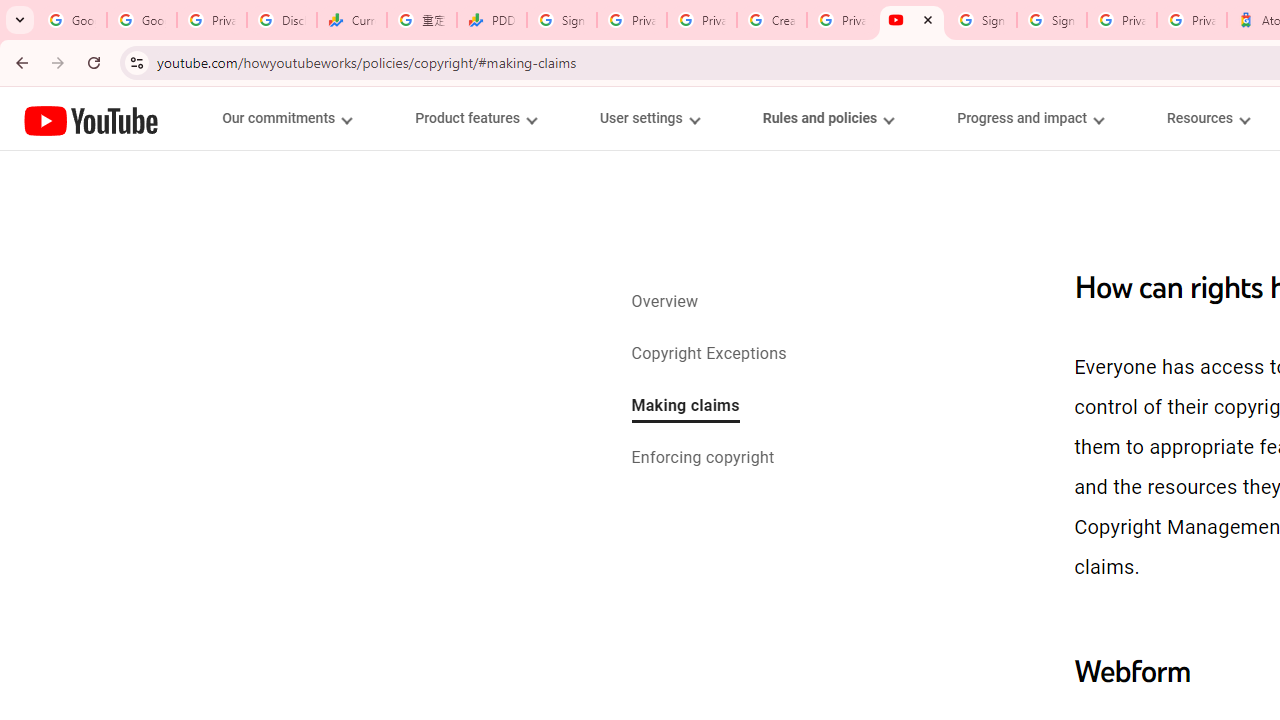  What do you see at coordinates (135, 61) in the screenshot?
I see `'View site information'` at bounding box center [135, 61].